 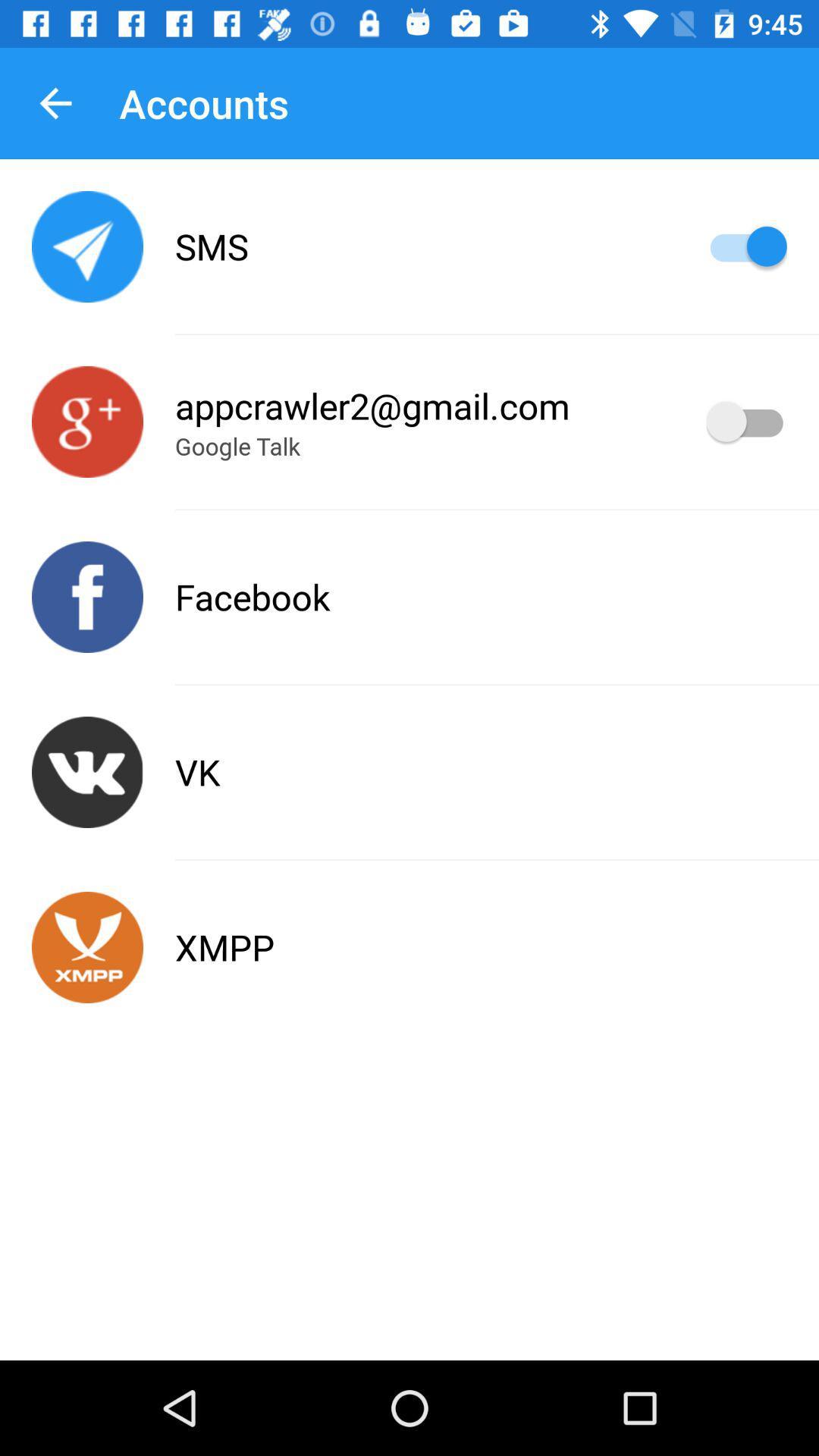 I want to click on app icon, so click(x=87, y=946).